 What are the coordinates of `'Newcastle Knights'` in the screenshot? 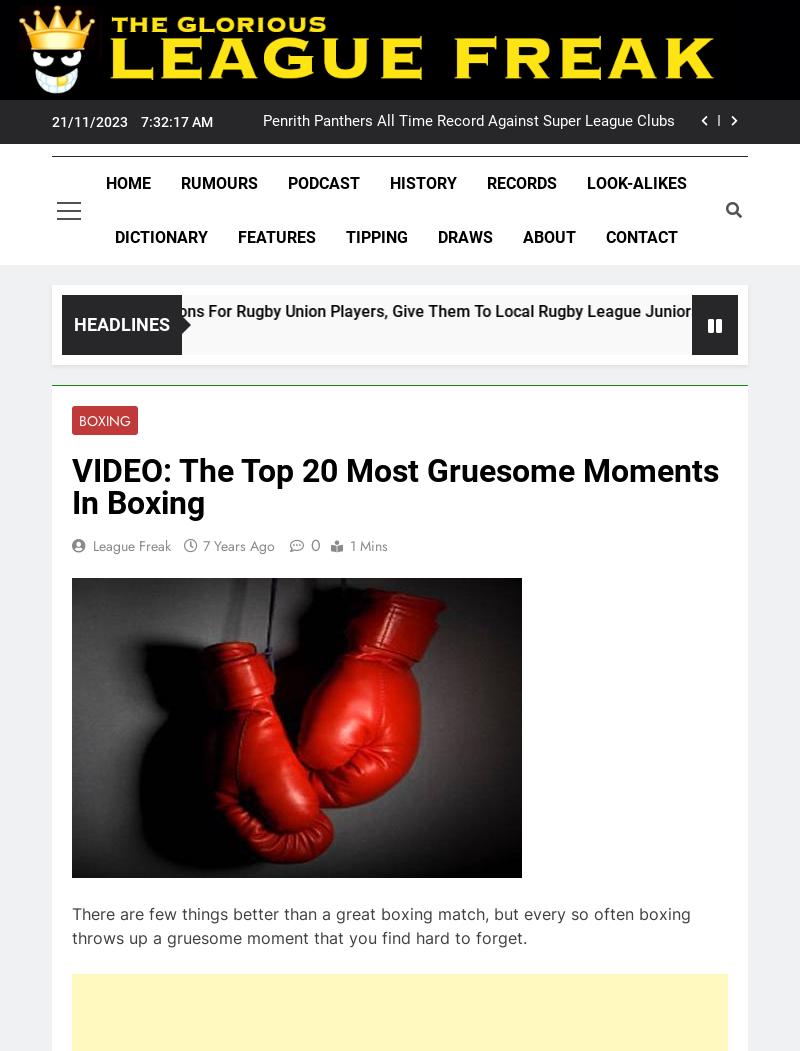 It's located at (160, 336).